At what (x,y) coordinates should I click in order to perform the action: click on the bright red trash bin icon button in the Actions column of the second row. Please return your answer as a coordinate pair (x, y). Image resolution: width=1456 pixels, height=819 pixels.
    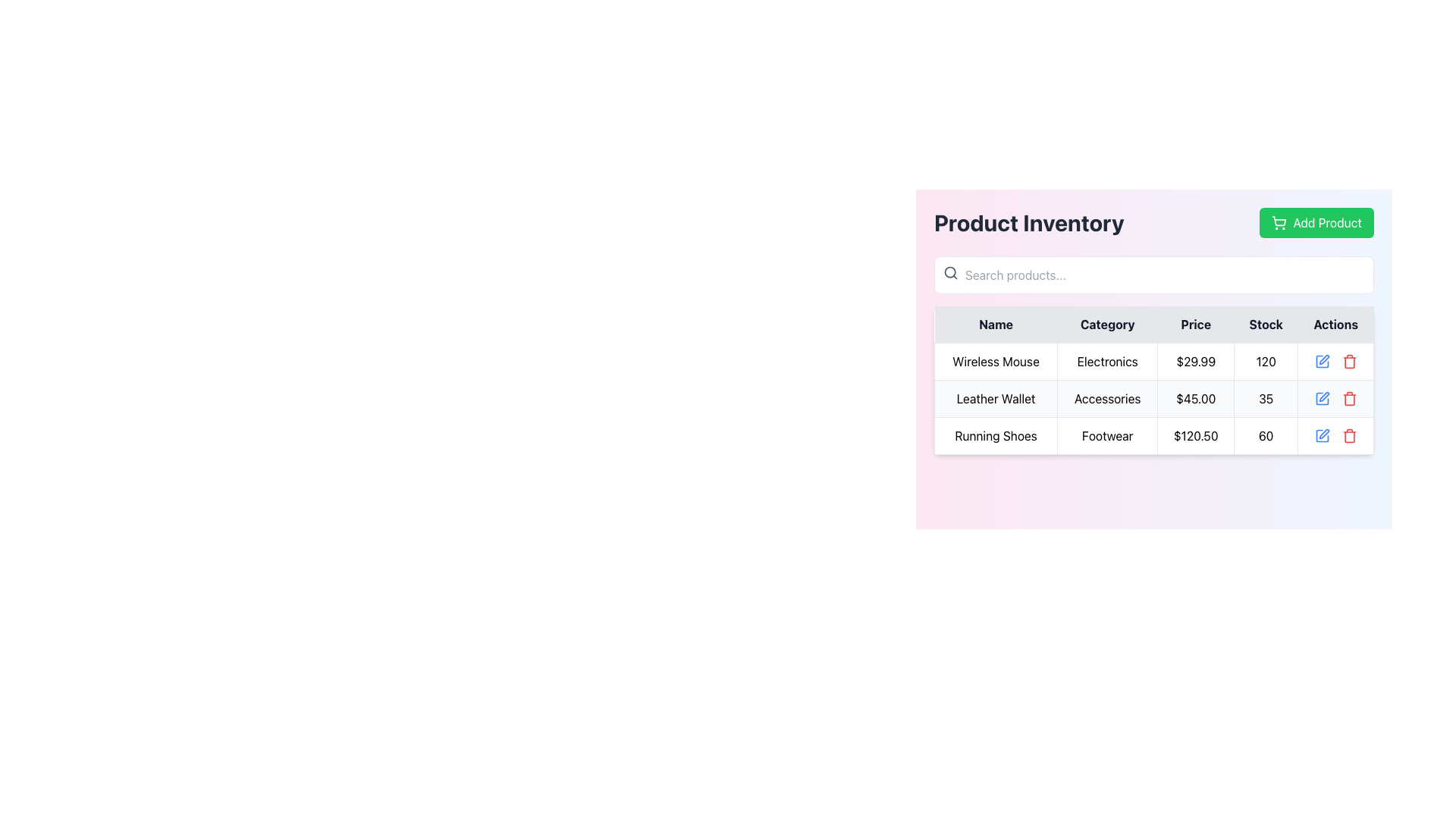
    Looking at the image, I should click on (1349, 397).